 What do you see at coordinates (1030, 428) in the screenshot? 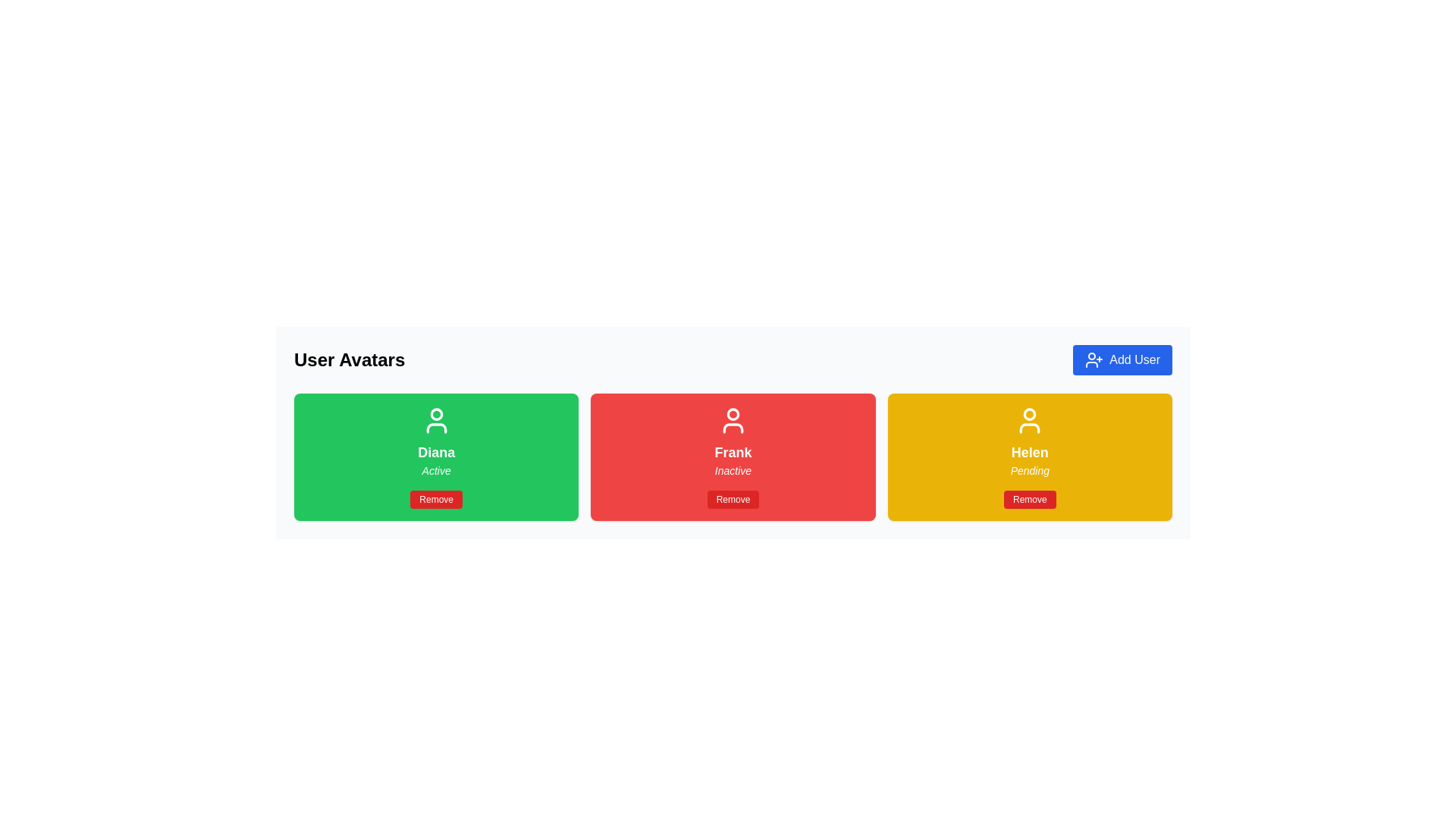
I see `the user avatar icon for 'Helen' with status 'Pending', located at the center-top of the yellow card` at bounding box center [1030, 428].